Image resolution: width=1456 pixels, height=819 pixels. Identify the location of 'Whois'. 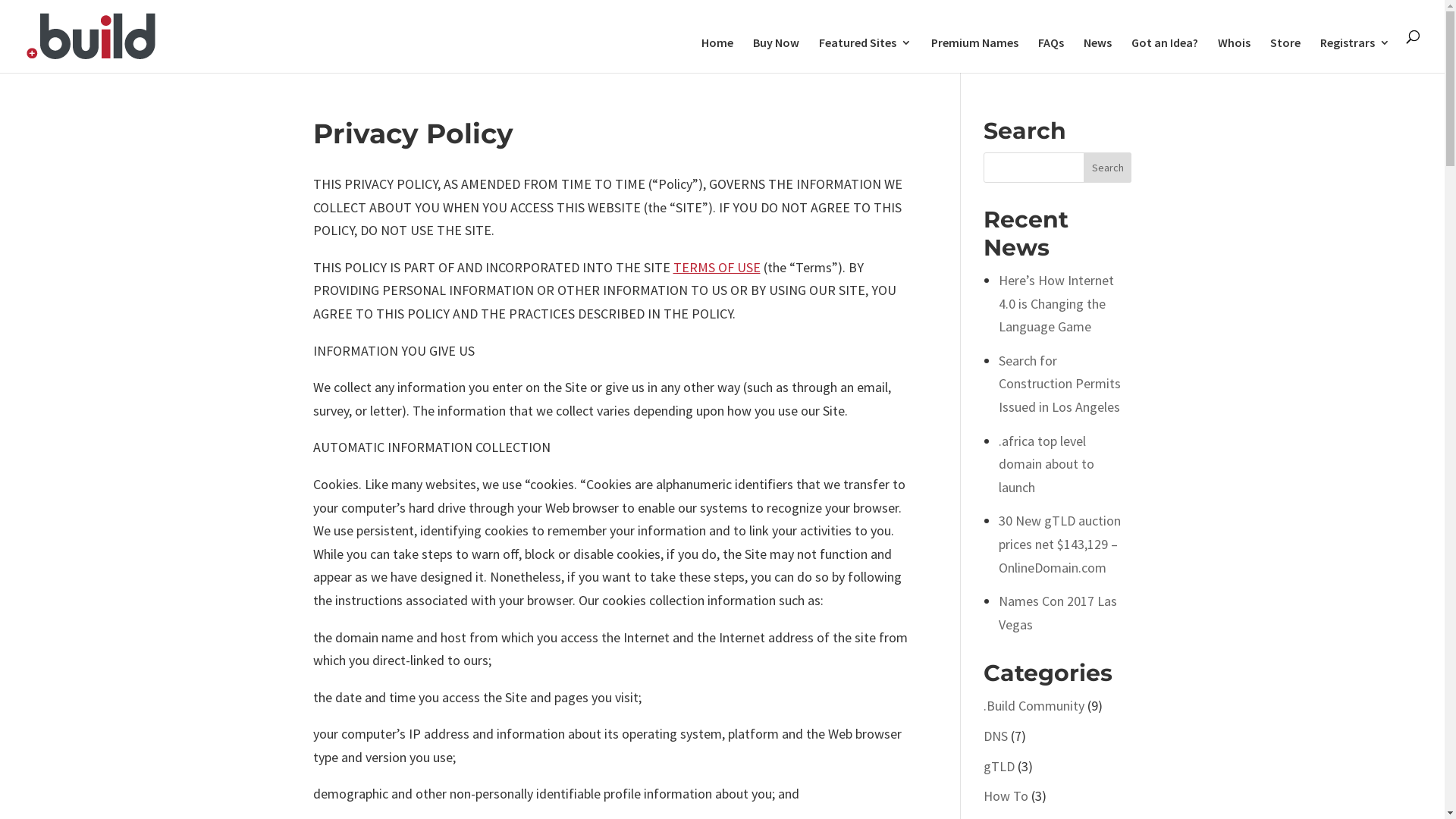
(1218, 54).